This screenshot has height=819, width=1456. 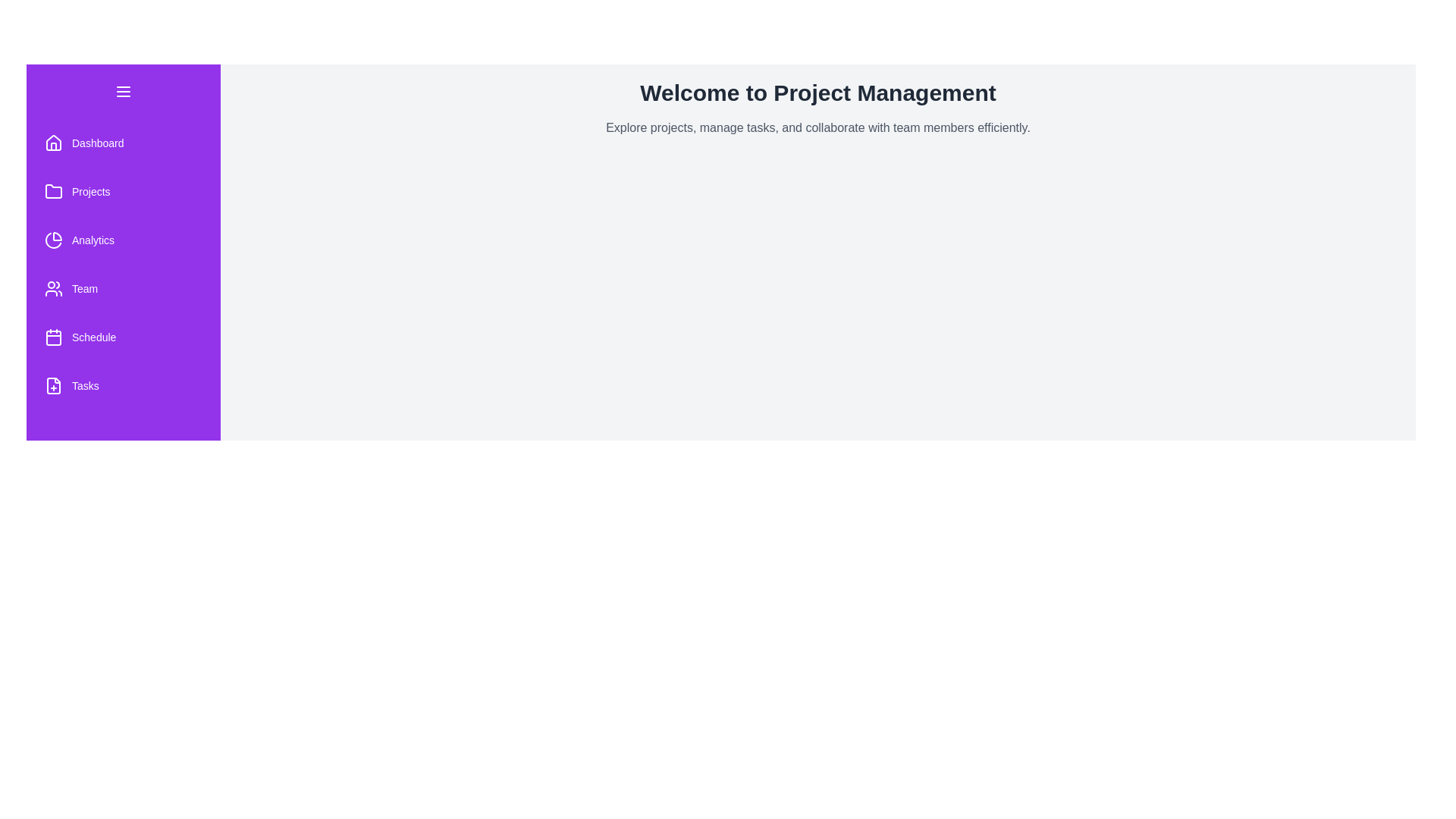 I want to click on the 'Schedule' menu item, so click(x=124, y=336).